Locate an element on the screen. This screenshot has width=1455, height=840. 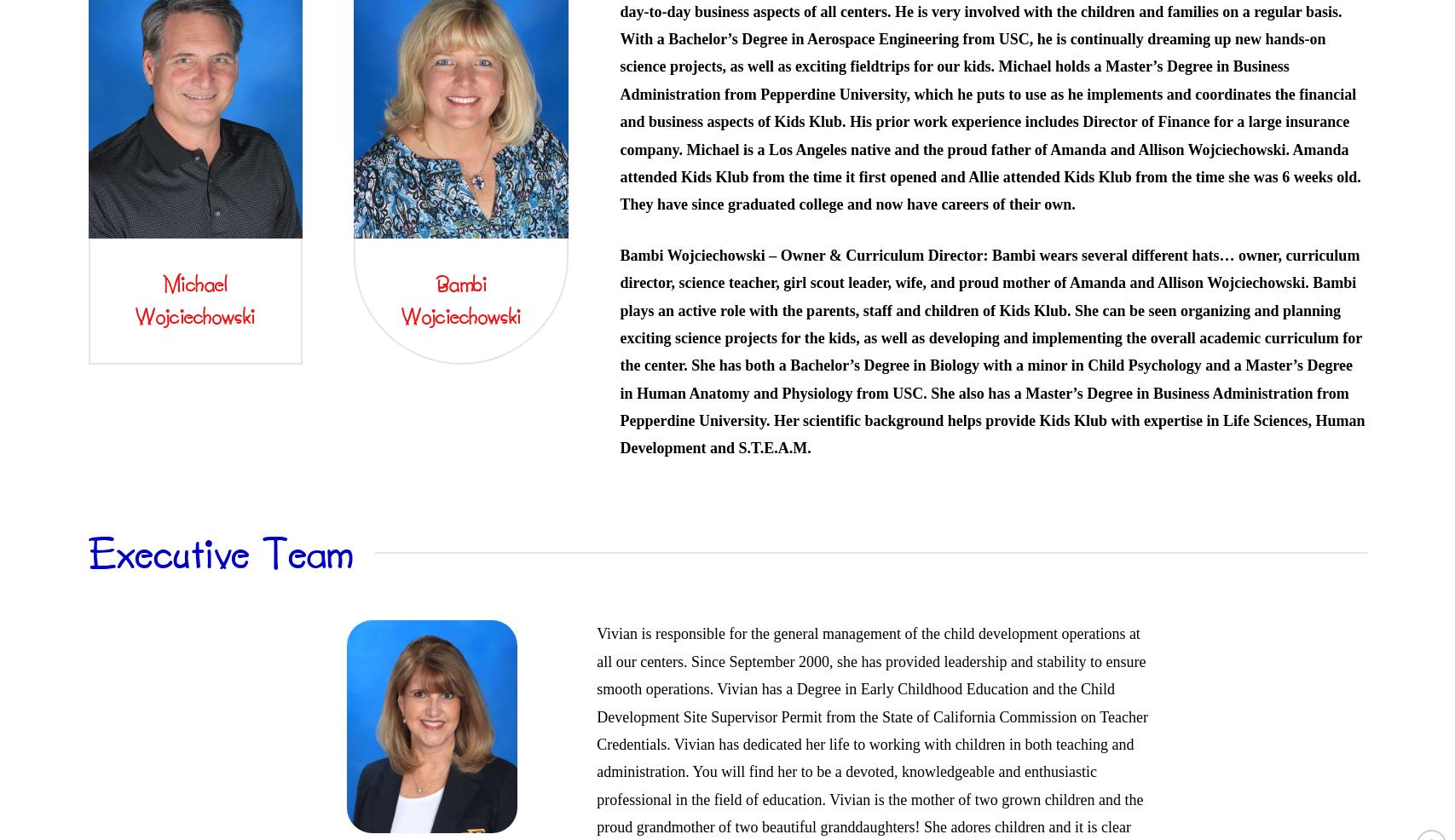
'Bambi Wojciechowski – Owner & Curriculum Director: Bambi wears several different hats… owner, curriculum director, science teacher, girl scout leader, wife, and proud mother of Amanda and Allison Wojciechowski.  Bambi plays an active role with the parents, staff and children of Kids Klub.  She can be seen organizing and planning exciting science projects for the kids, as well as developing and implementing the overall academic curriculum for the center. She has both a Bachelor’s Degree in Biology with a minor in Child Psychology and a Master’s Degree in Human Anatomy and Physiology from USC.  She also has a Master’s Degree in Business Administration from Pepperdine University.  Her scientific background helps provide Kids Klub with expertise in Life Sciences, Human Development and S.T.E.A.M.' is located at coordinates (991, 351).